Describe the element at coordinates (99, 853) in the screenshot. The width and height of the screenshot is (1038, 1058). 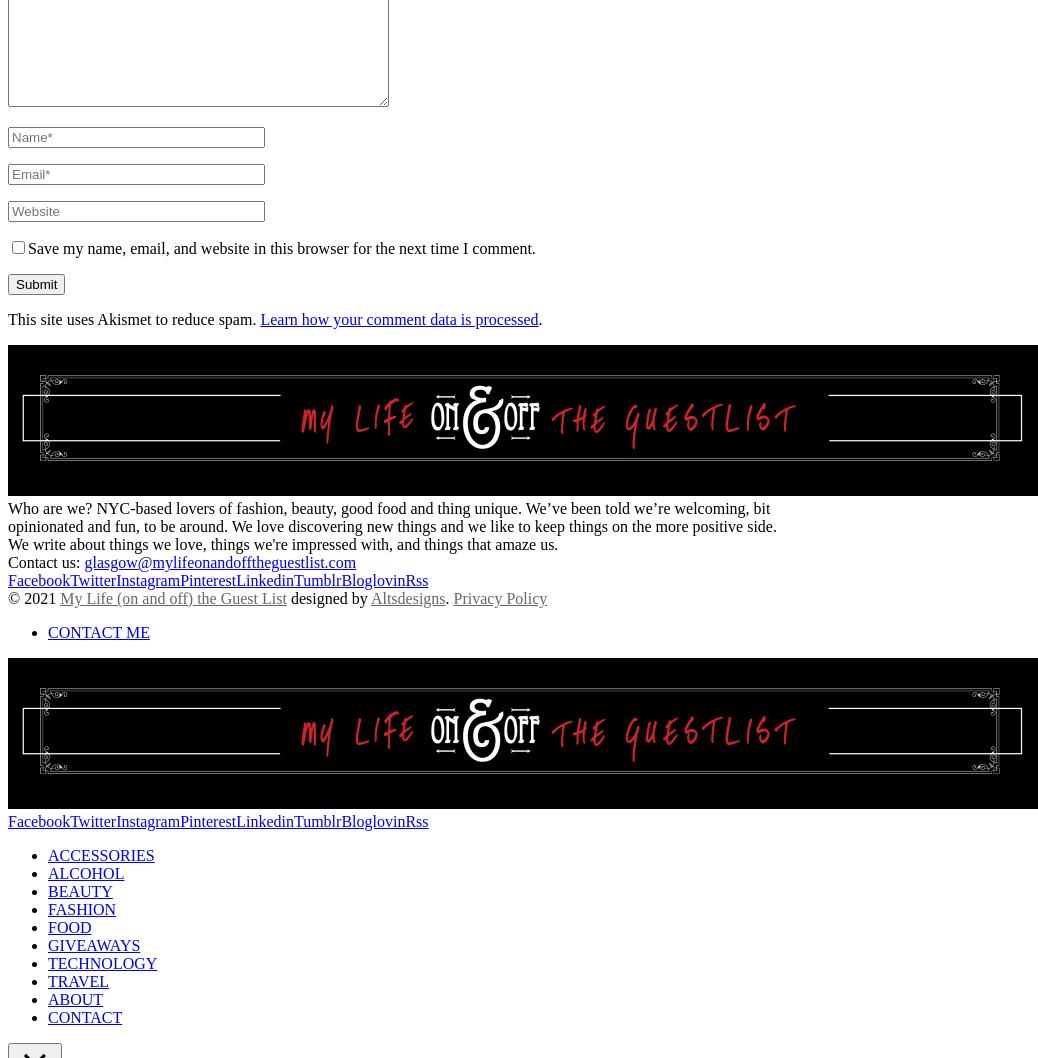
I see `'ACCESSORIES'` at that location.